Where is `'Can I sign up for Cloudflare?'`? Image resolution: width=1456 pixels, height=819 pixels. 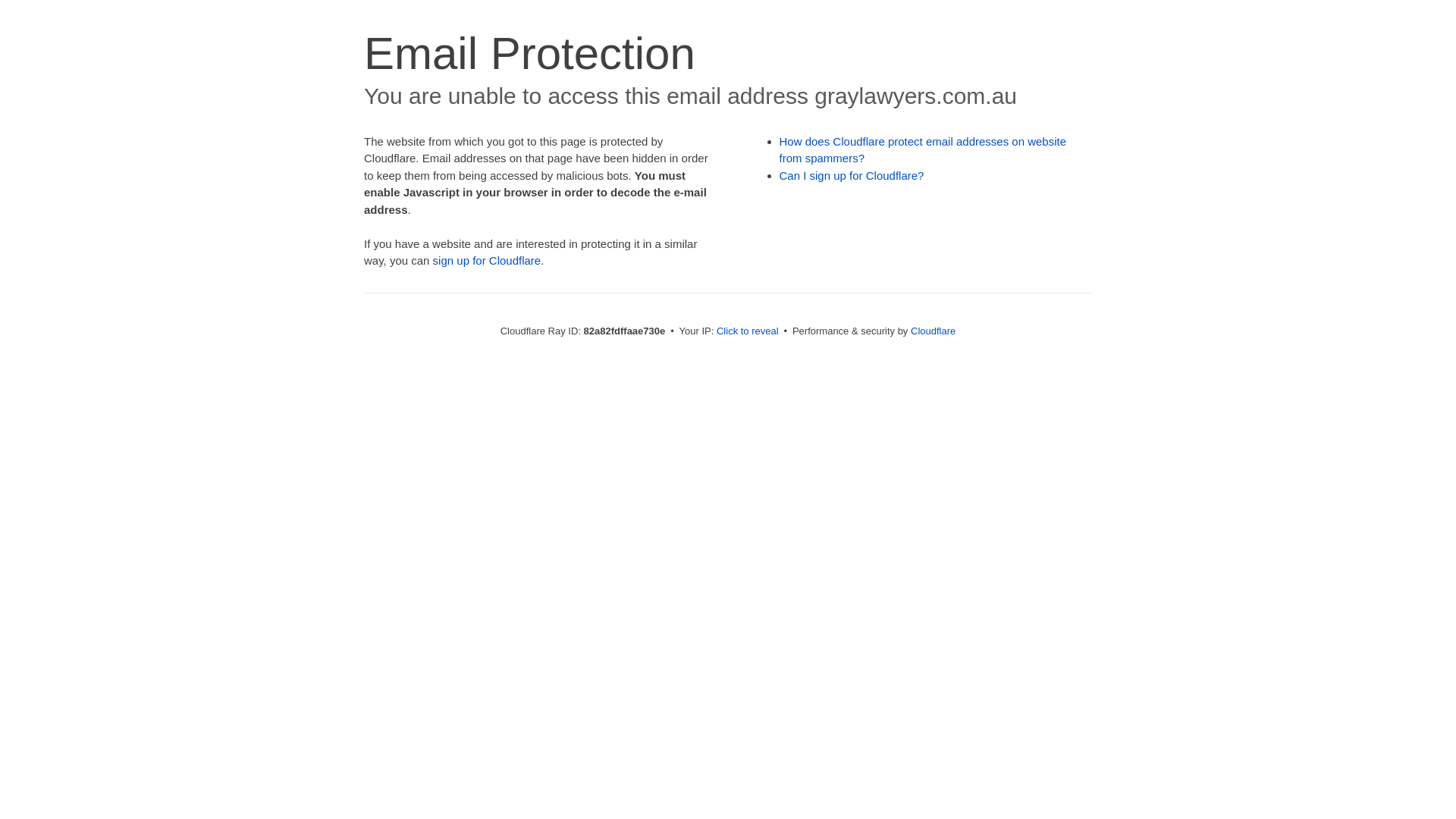
'Can I sign up for Cloudflare?' is located at coordinates (852, 174).